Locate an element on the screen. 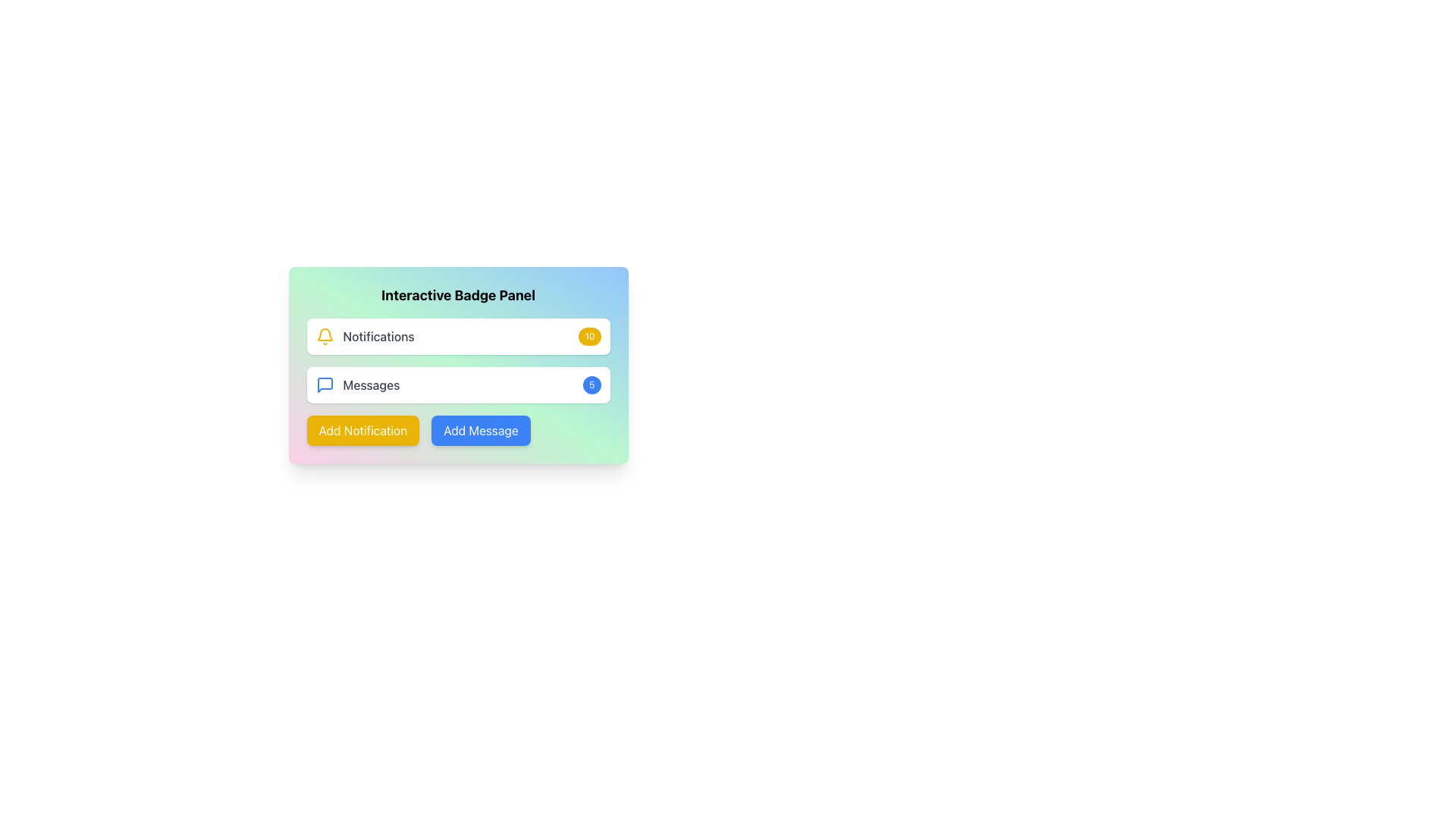  the Badge element displaying a numerical indicator for notifications located at the right end of the 'Notifications' label is located at coordinates (588, 335).